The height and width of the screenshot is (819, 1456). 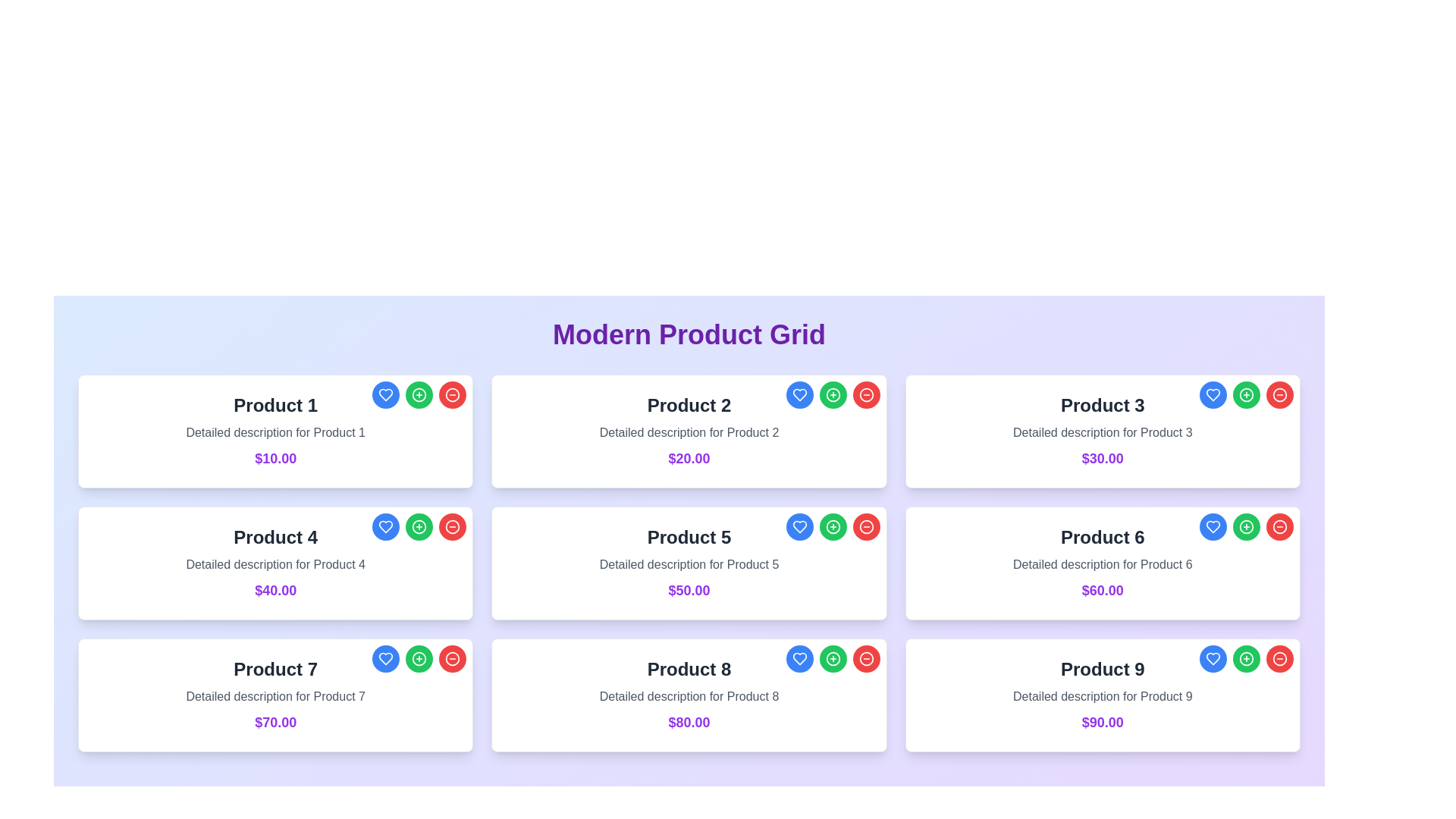 What do you see at coordinates (386, 394) in the screenshot?
I see `the circular blue button with a white heart-shaped outline in the top-right corner of the 'Product 1' card` at bounding box center [386, 394].